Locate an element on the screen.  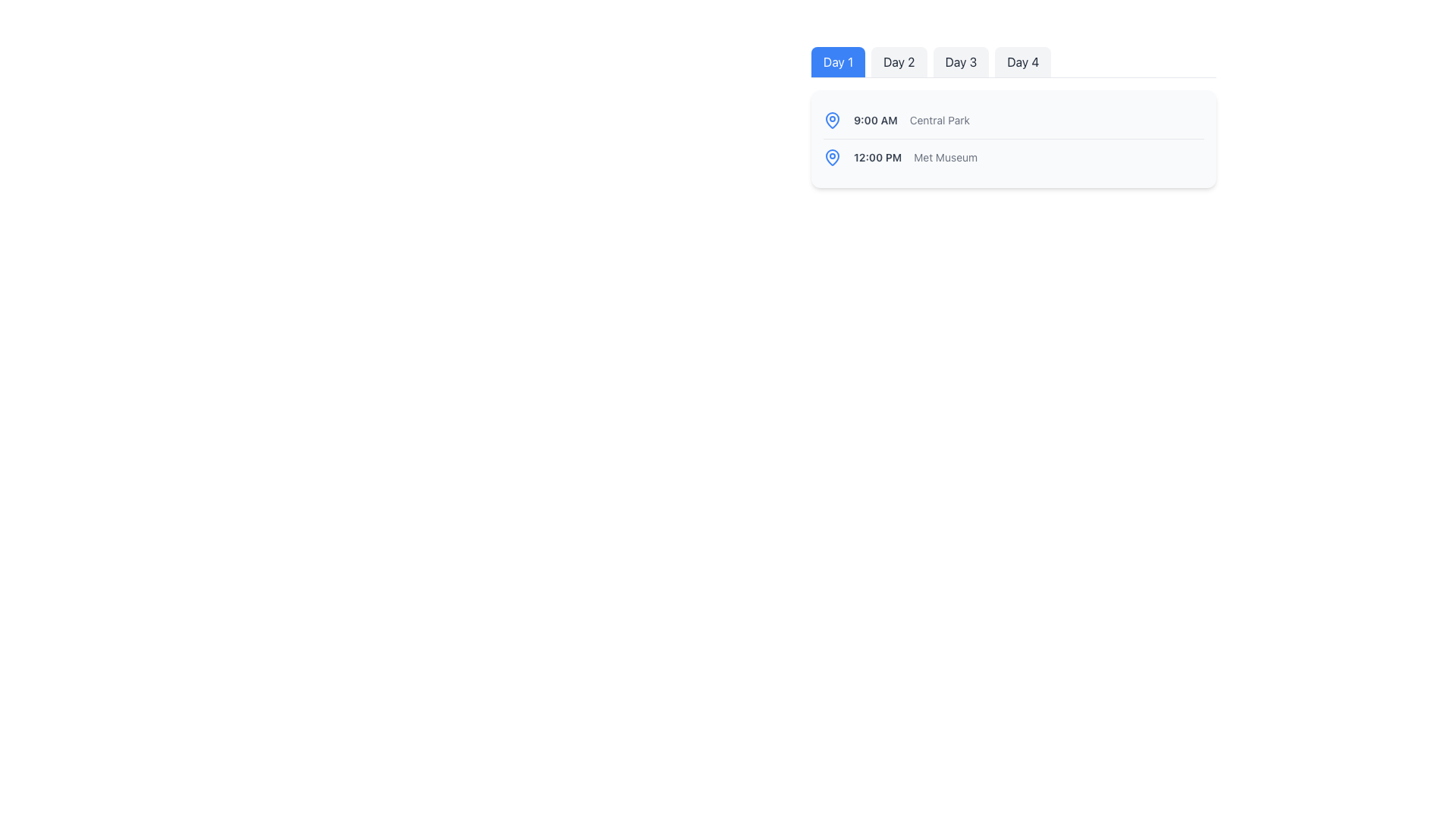
the 'Day 4' button located at the top of the schedule, which is the fourth button from the left is located at coordinates (1014, 61).